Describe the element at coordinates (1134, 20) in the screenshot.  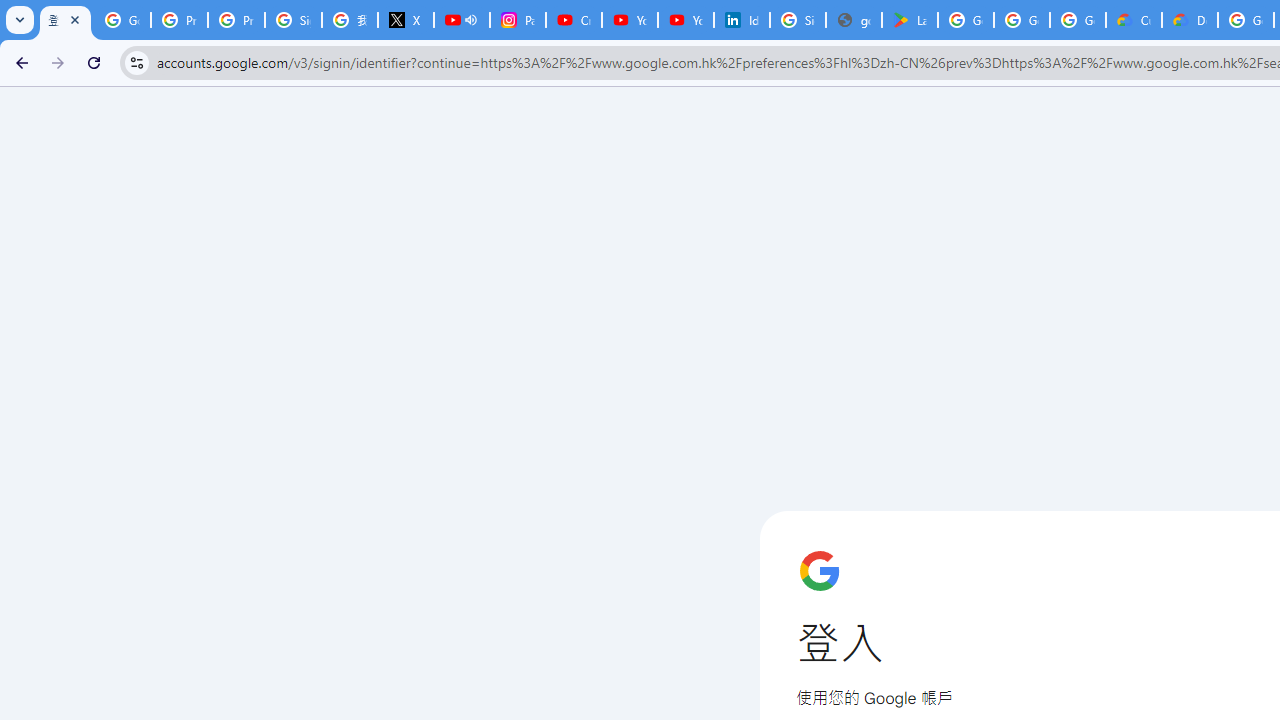
I see `'Customer Care | Google Cloud'` at that location.